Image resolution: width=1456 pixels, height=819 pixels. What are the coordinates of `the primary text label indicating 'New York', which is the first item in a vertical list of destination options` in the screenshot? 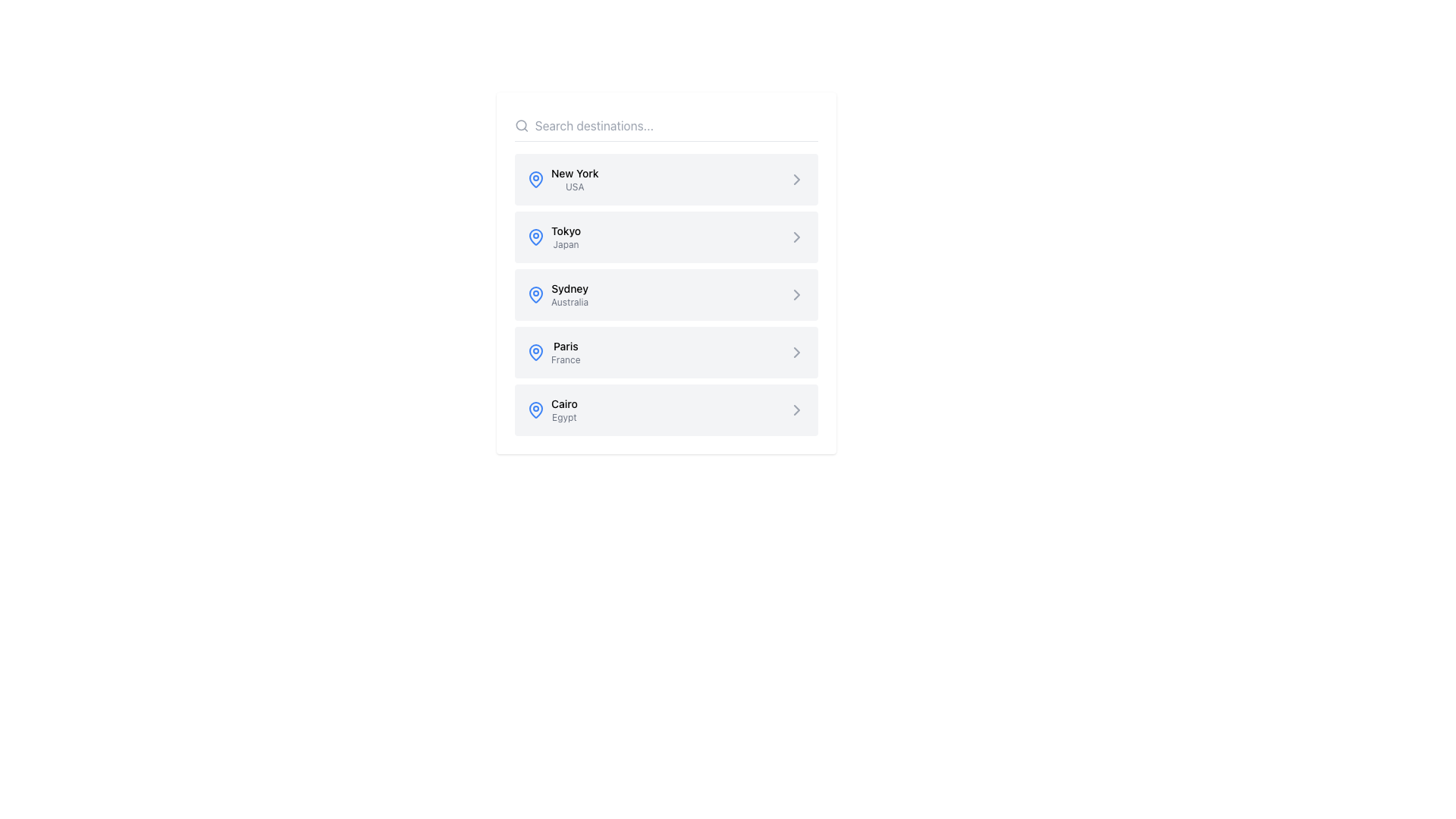 It's located at (574, 172).